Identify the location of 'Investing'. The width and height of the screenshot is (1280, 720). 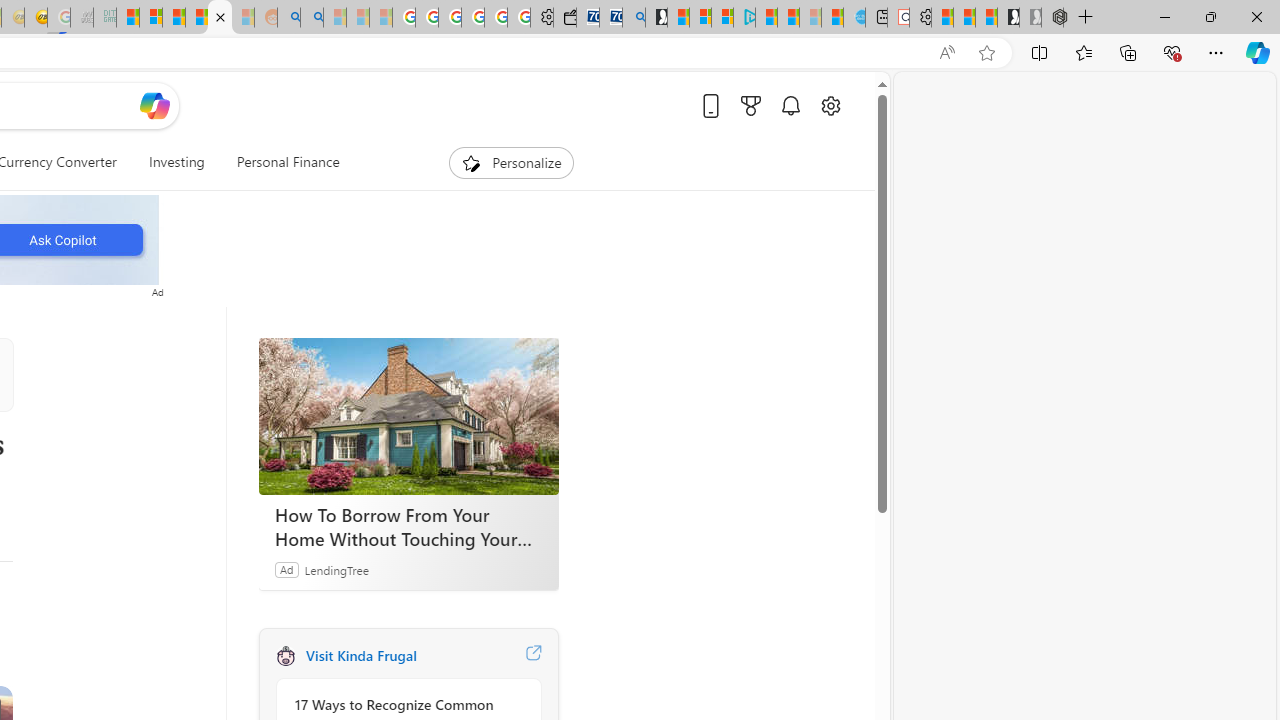
(176, 162).